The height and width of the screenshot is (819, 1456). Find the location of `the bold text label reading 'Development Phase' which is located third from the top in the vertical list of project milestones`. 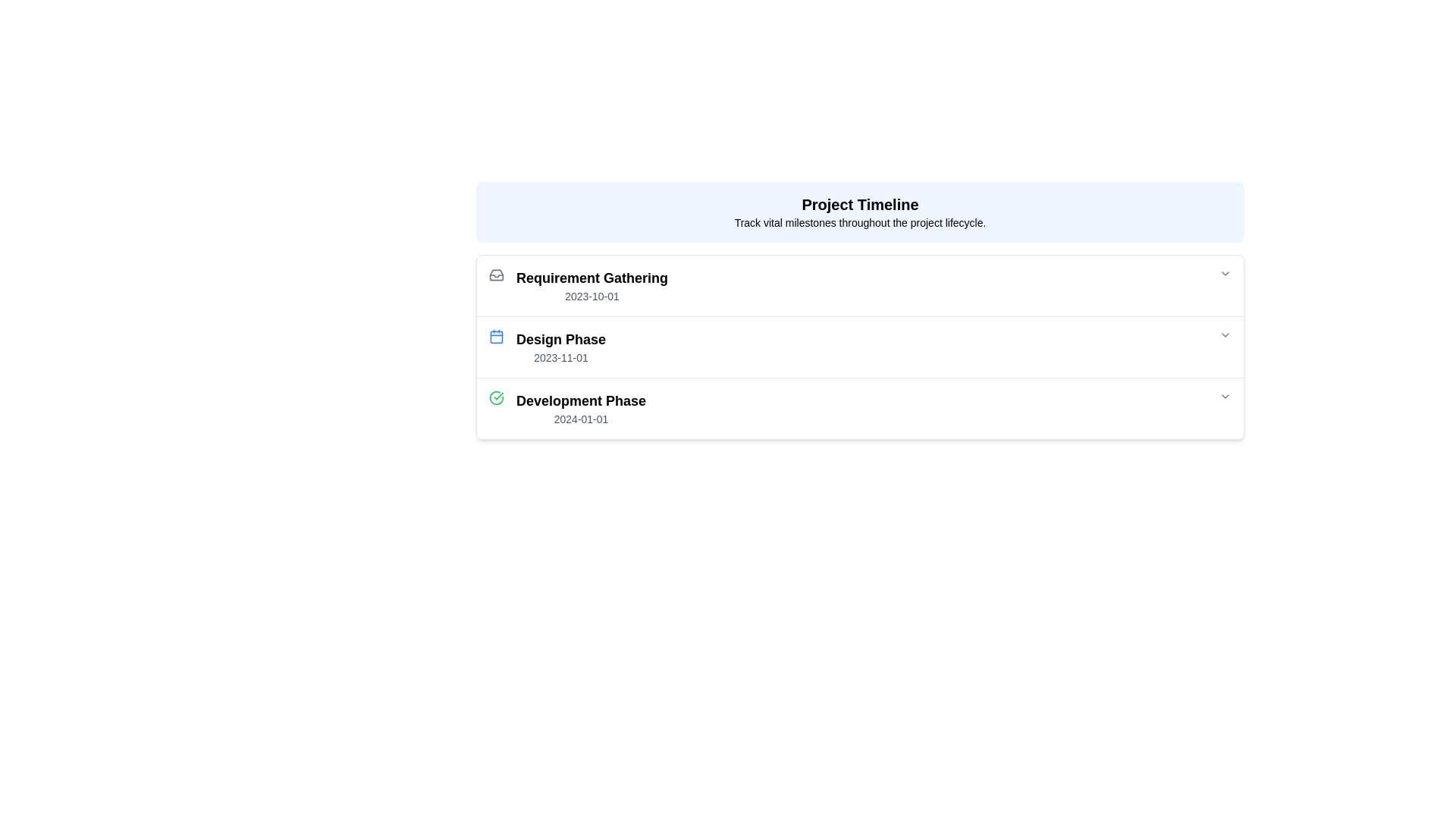

the bold text label reading 'Development Phase' which is located third from the top in the vertical list of project milestones is located at coordinates (580, 400).